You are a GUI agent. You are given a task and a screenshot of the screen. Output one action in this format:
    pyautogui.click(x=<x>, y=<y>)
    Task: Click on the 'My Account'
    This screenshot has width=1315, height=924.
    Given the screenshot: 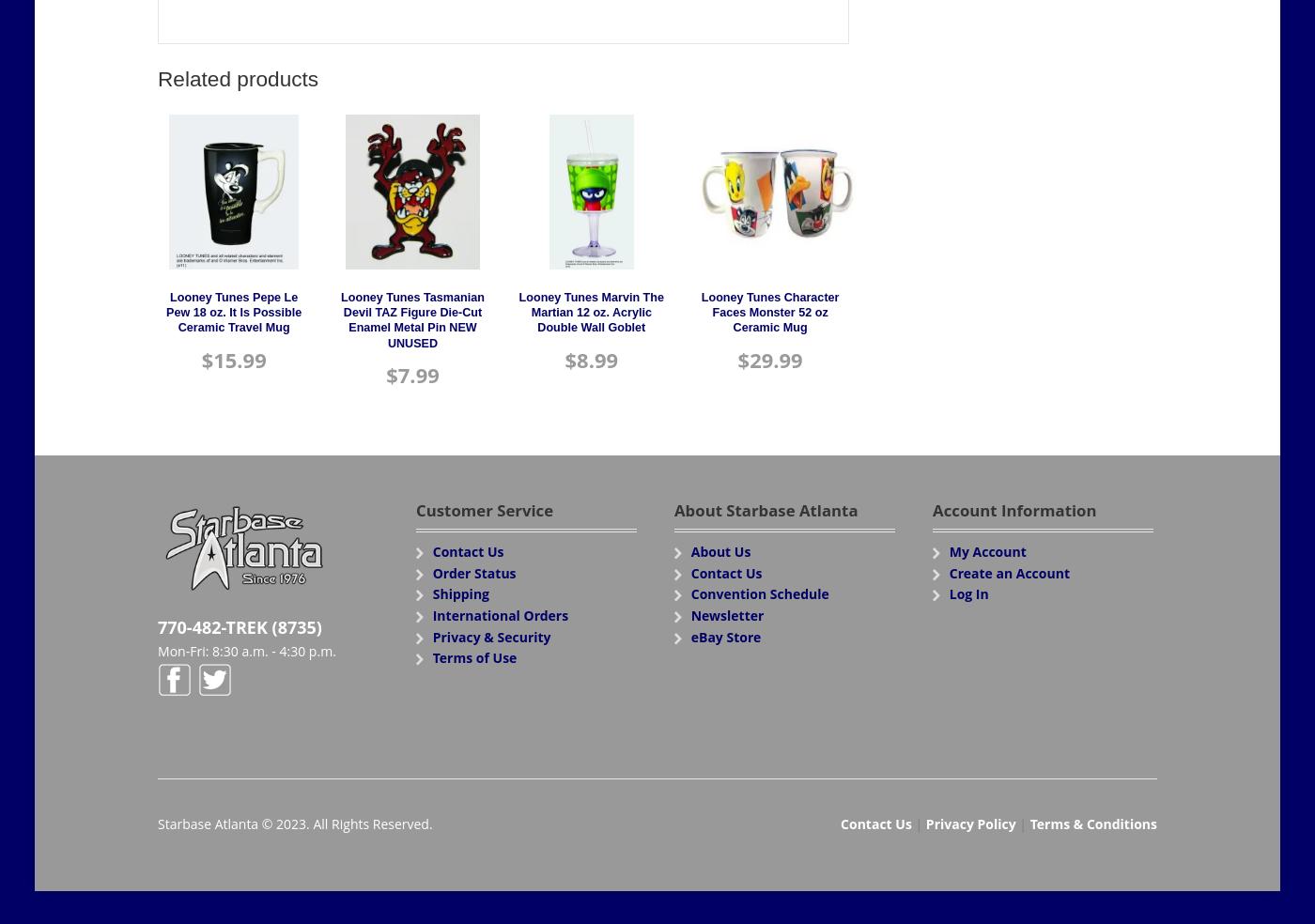 What is the action you would take?
    pyautogui.click(x=986, y=550)
    